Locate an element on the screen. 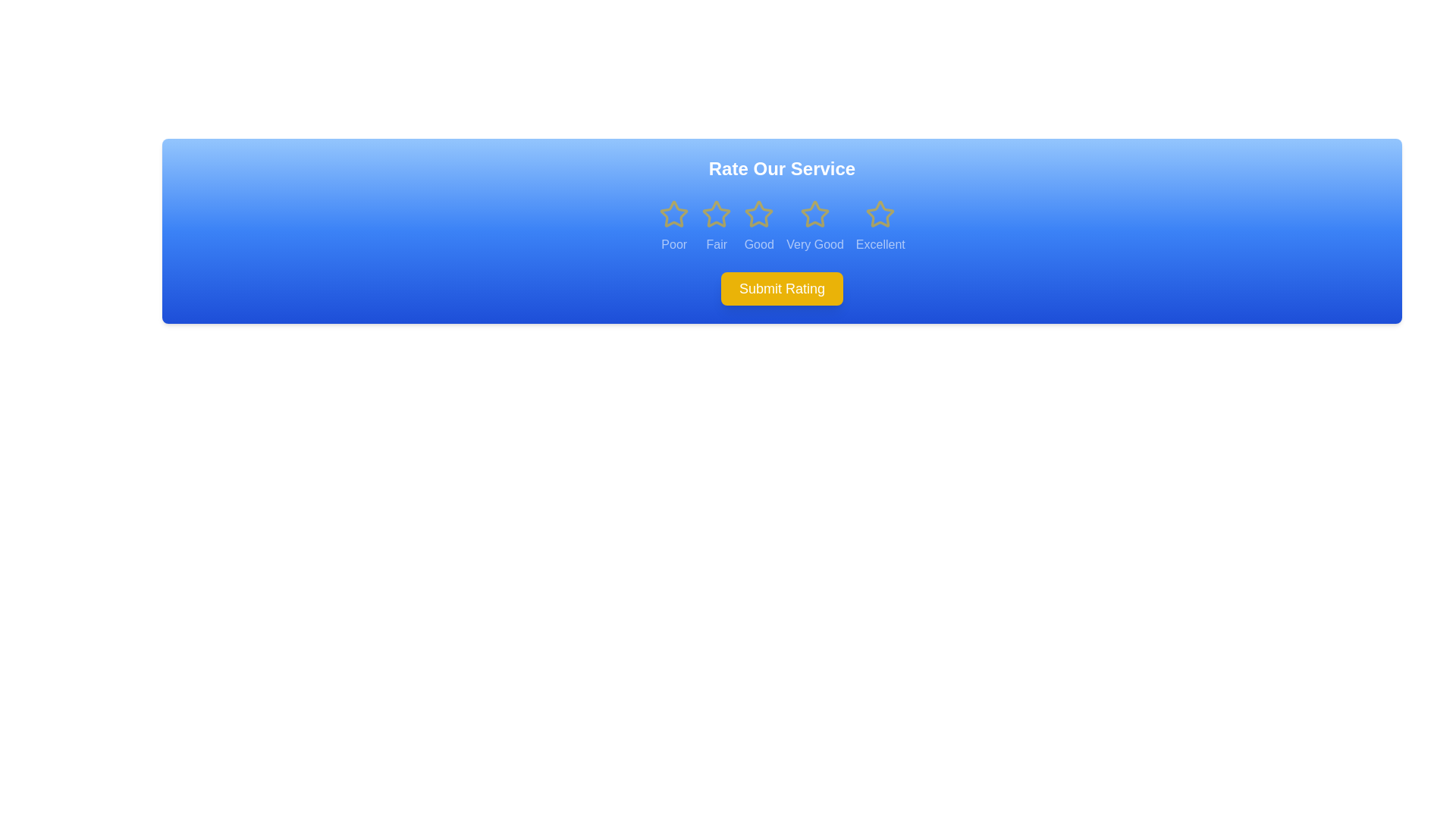 The height and width of the screenshot is (819, 1456). the second star icon in the rating system is located at coordinates (716, 214).